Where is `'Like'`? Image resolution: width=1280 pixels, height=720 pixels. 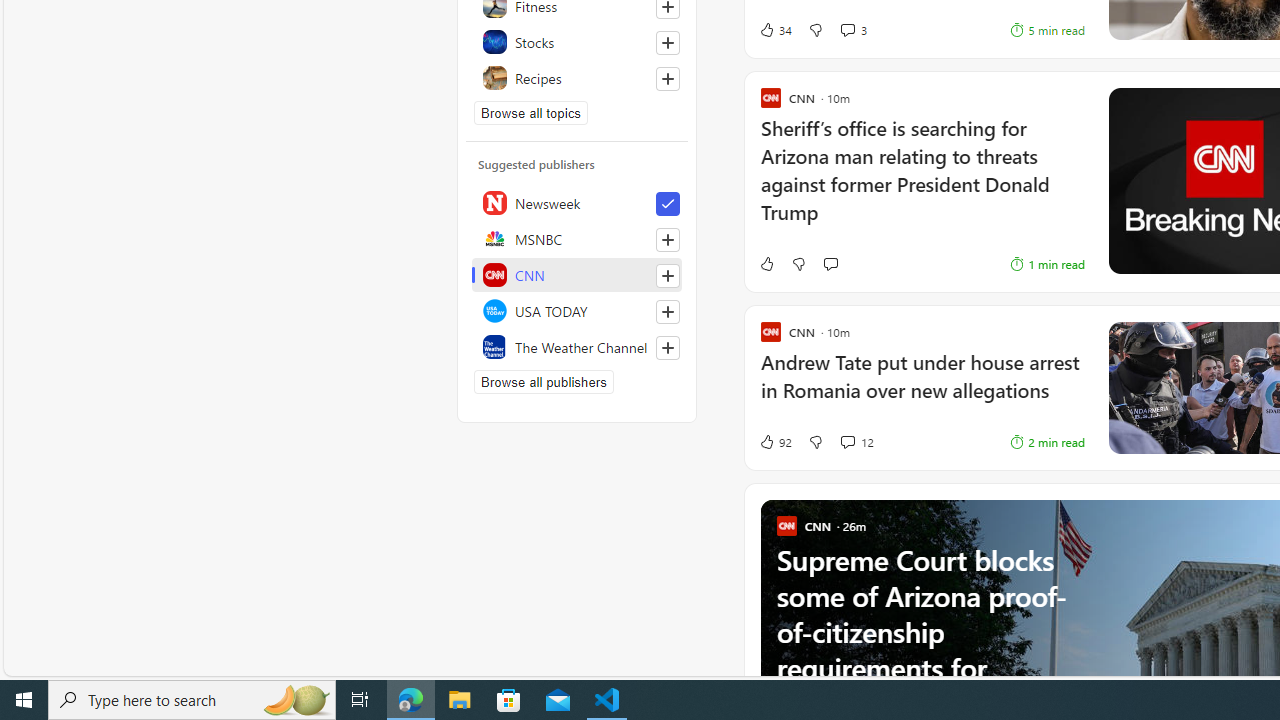
'Like' is located at coordinates (743, 263).